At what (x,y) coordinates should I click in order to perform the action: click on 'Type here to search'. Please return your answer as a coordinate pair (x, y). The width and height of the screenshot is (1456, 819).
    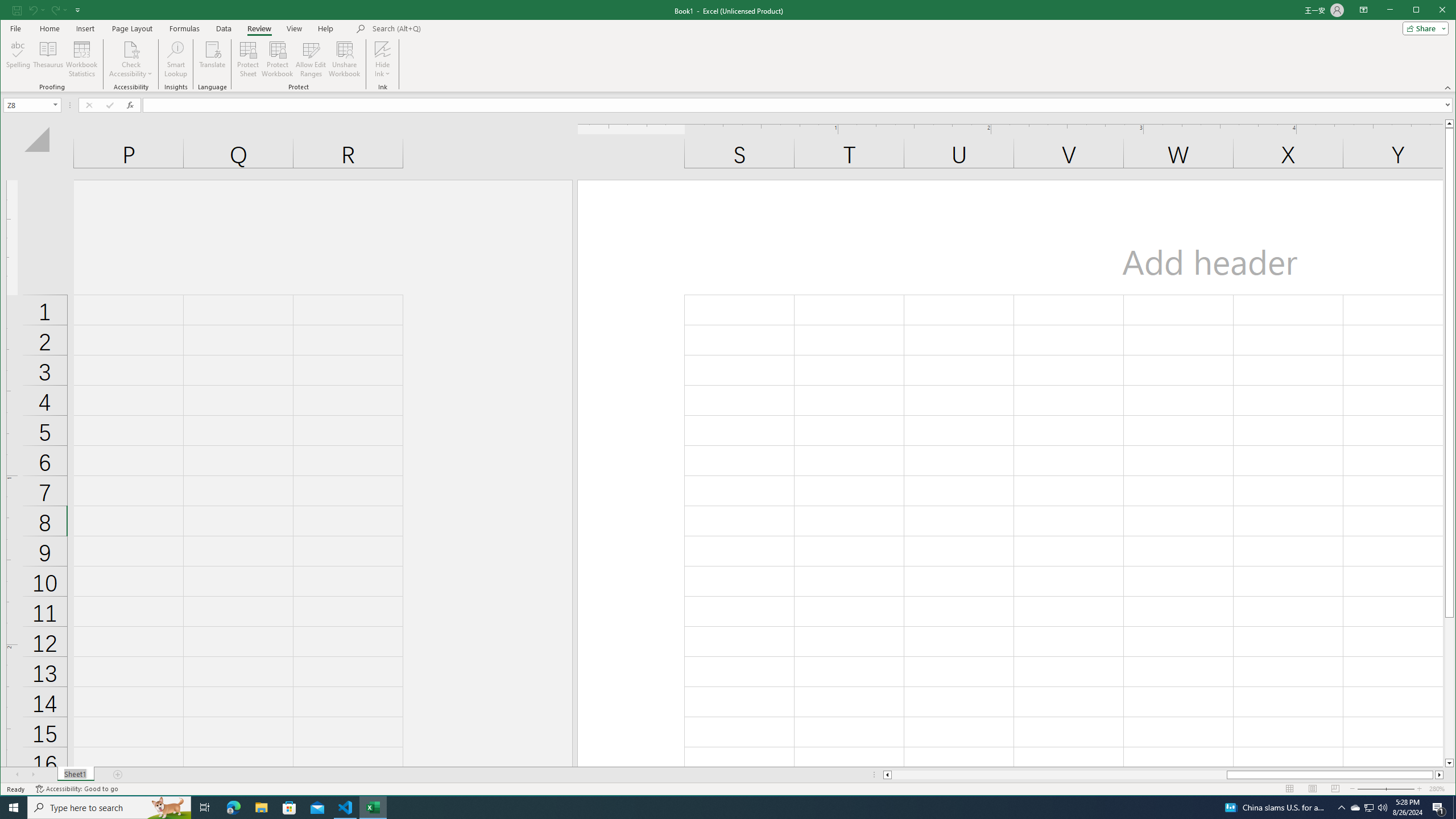
    Looking at the image, I should click on (109, 806).